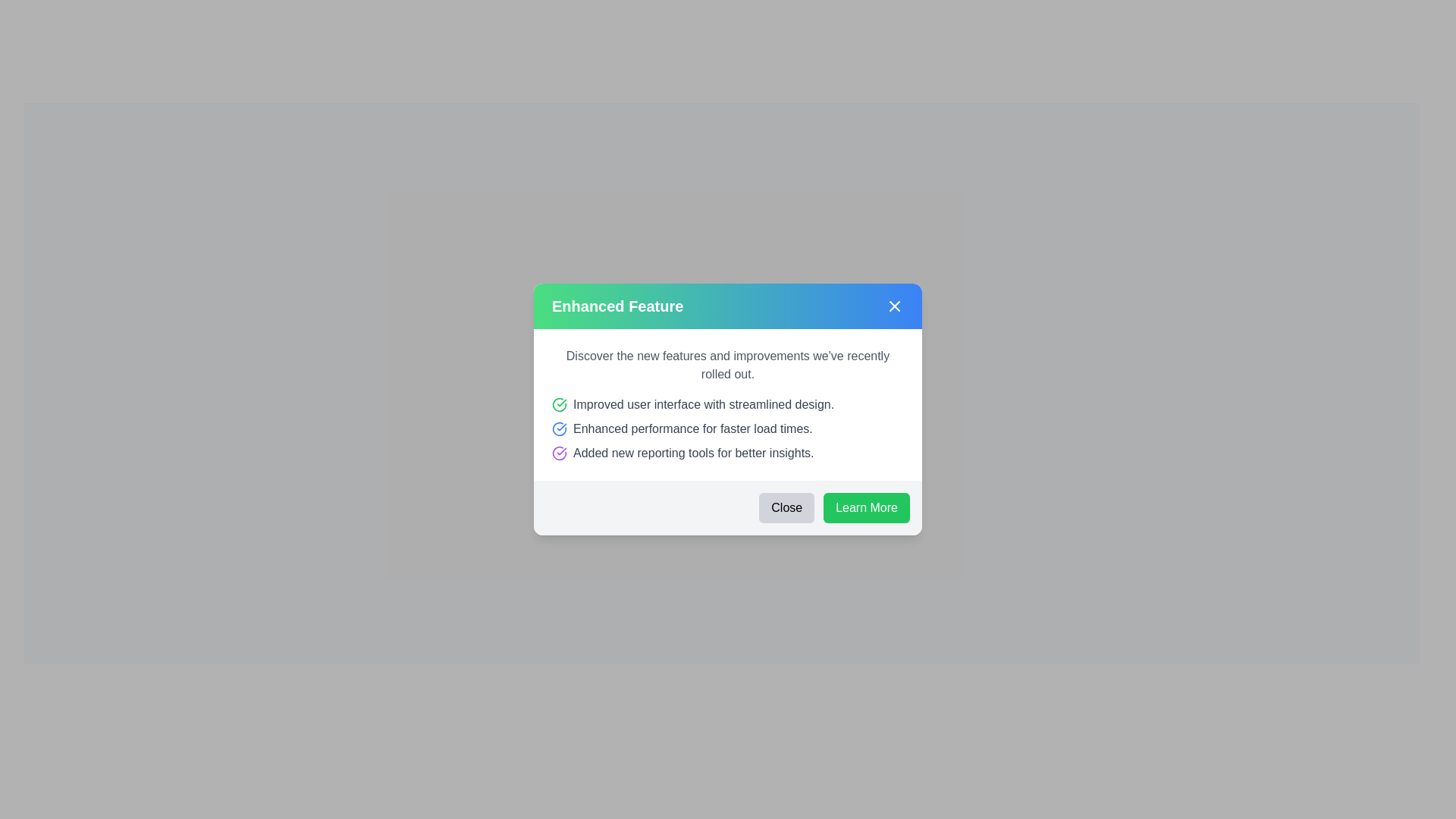  Describe the element at coordinates (617, 306) in the screenshot. I see `the text label displaying 'Enhanced Feature' in bold font on a gradient background within the header bar of the modal dialog box` at that location.